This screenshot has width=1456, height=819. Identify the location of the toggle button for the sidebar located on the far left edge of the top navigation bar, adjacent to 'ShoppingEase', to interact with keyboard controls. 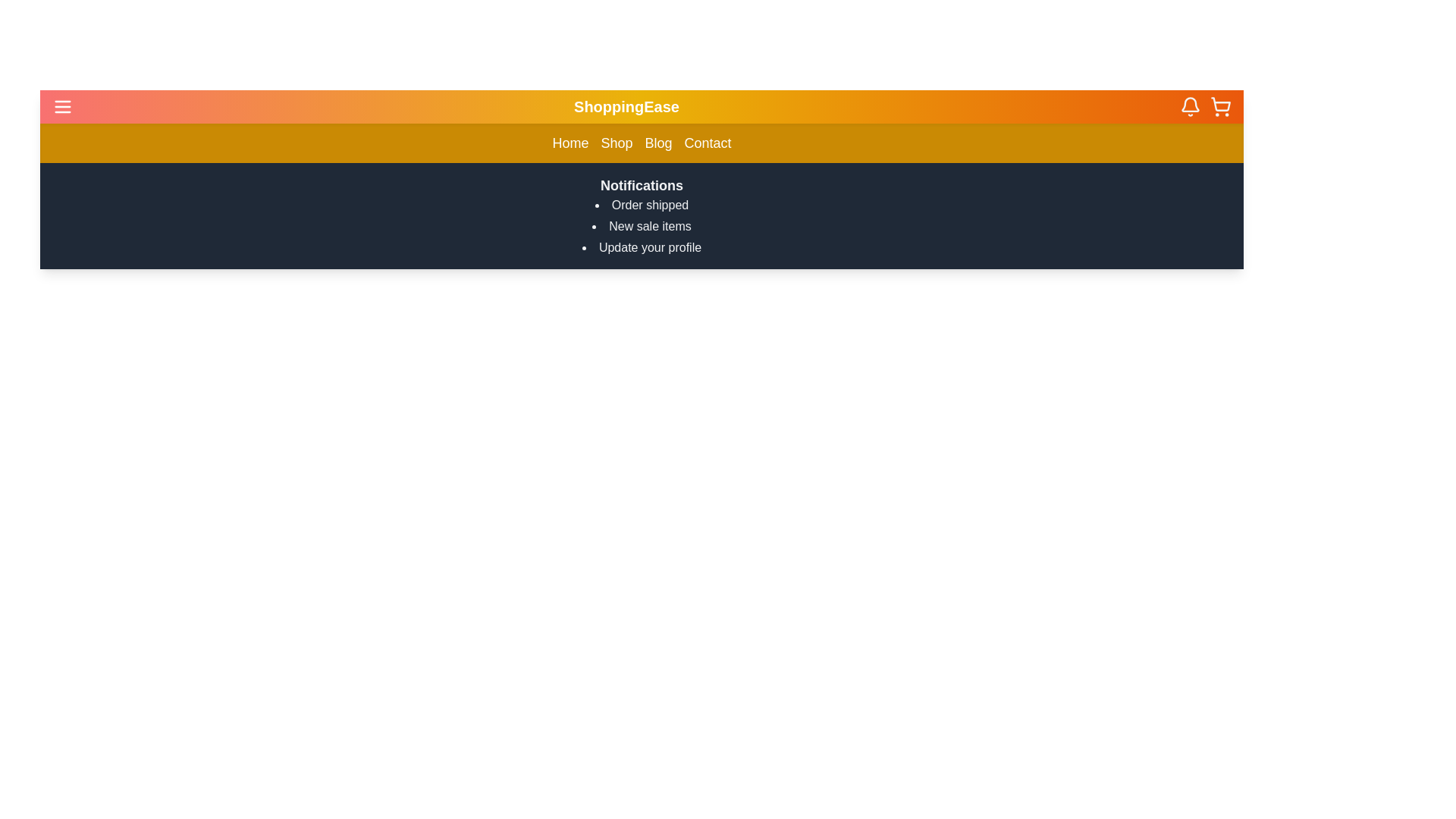
(61, 106).